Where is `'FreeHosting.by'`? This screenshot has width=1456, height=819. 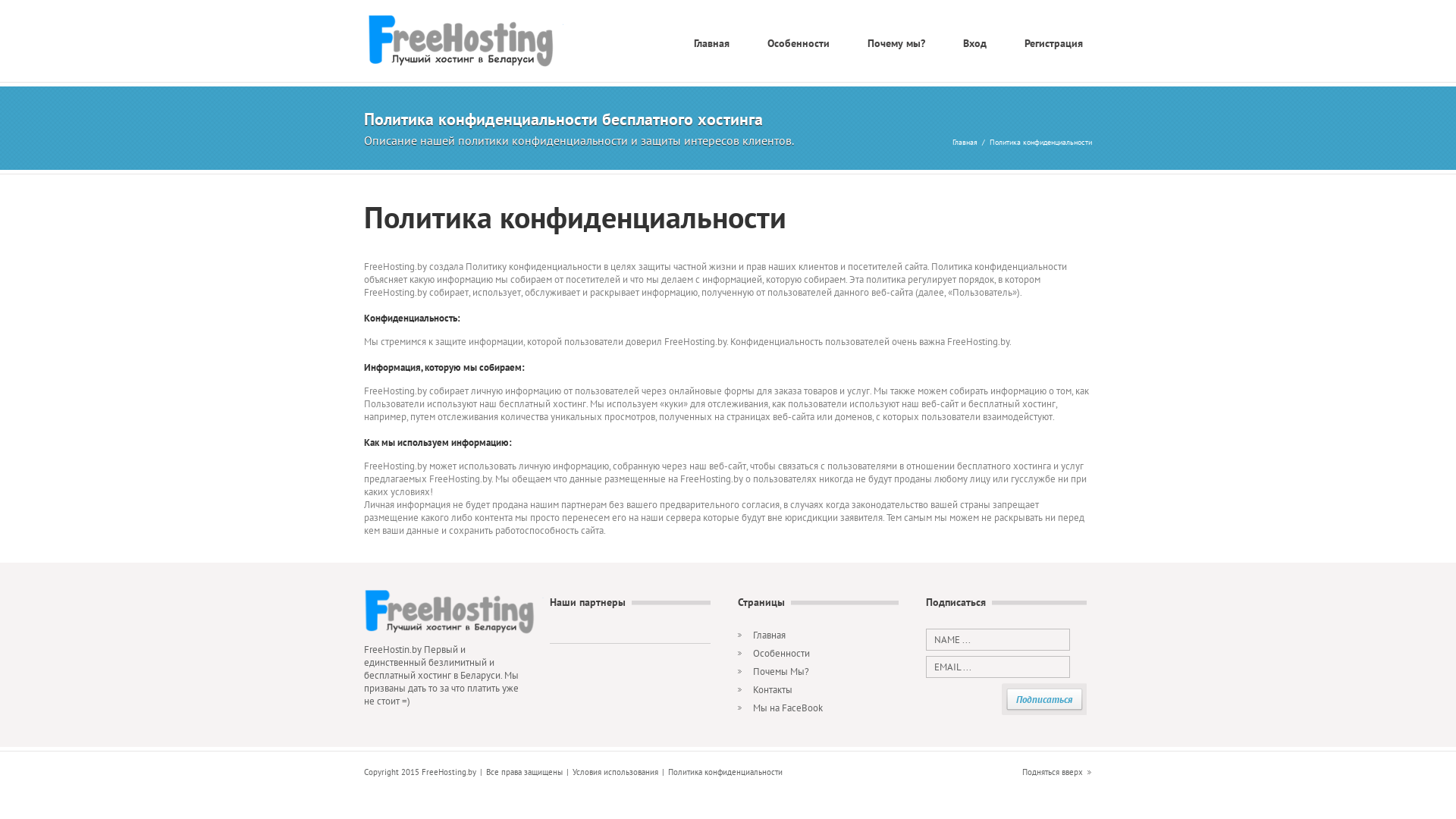
'FreeHosting.by' is located at coordinates (473, 41).